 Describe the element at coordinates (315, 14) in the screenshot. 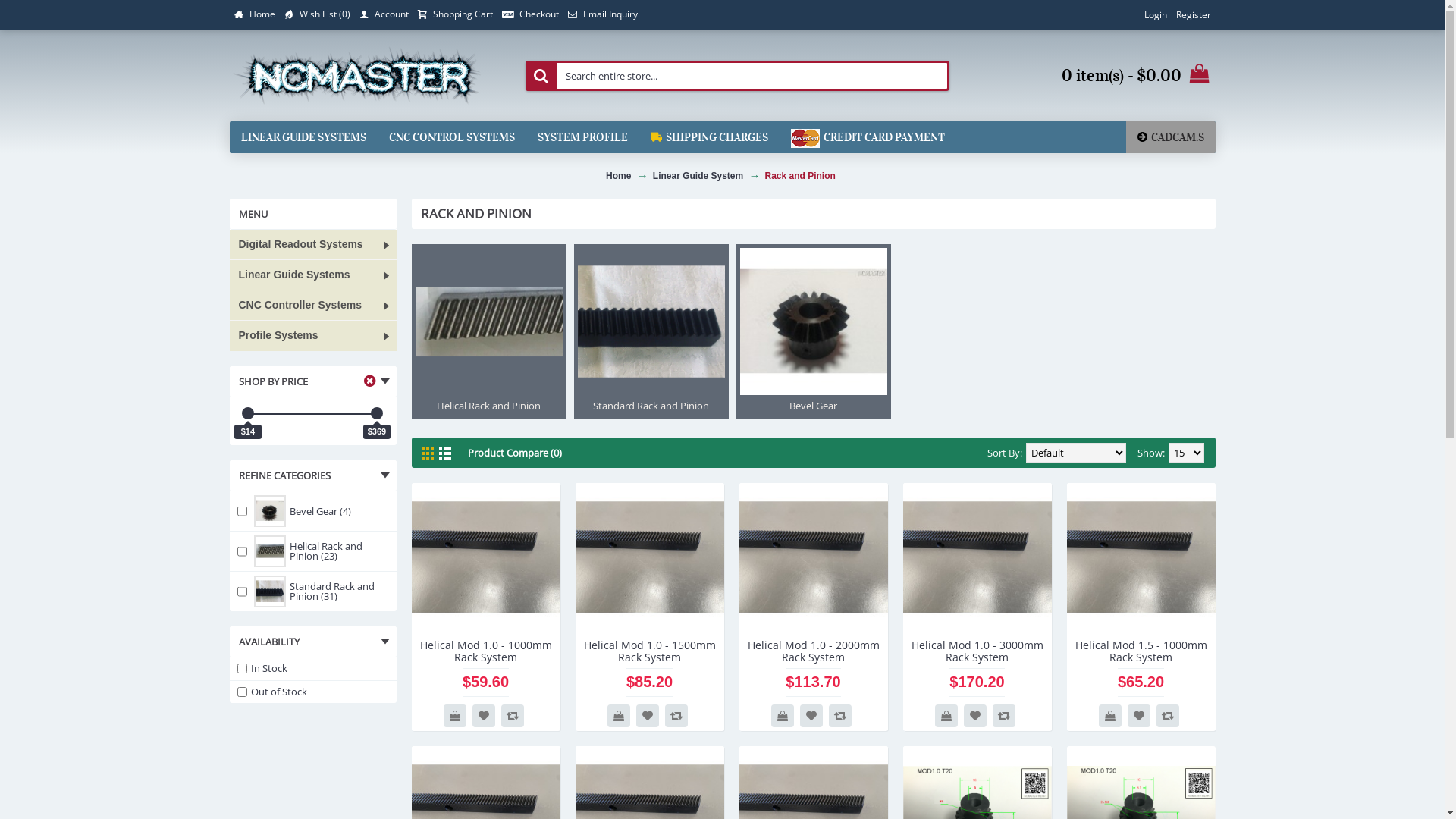

I see `'Wish List (0)'` at that location.